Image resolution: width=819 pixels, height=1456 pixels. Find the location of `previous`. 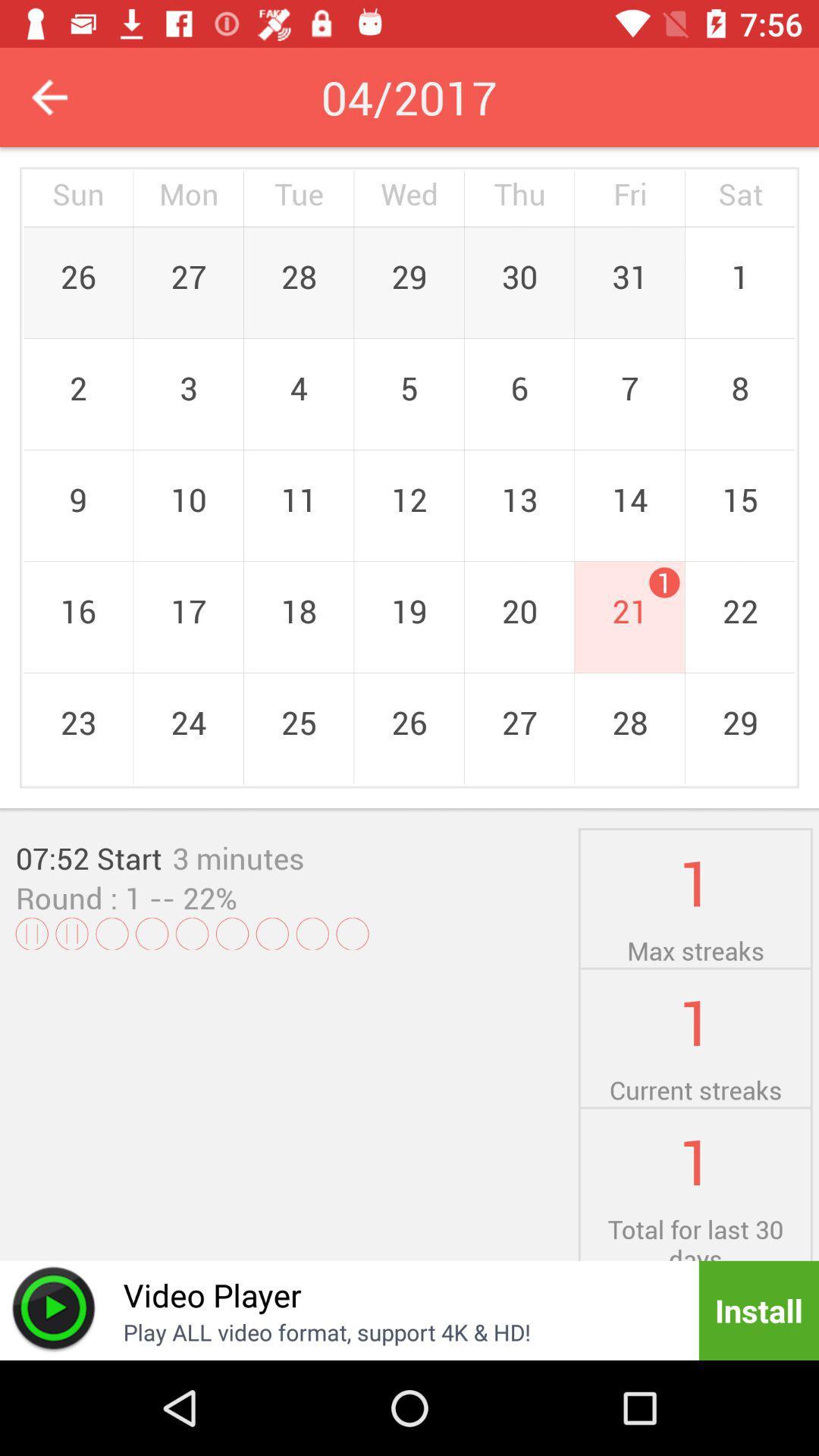

previous is located at coordinates (49, 96).